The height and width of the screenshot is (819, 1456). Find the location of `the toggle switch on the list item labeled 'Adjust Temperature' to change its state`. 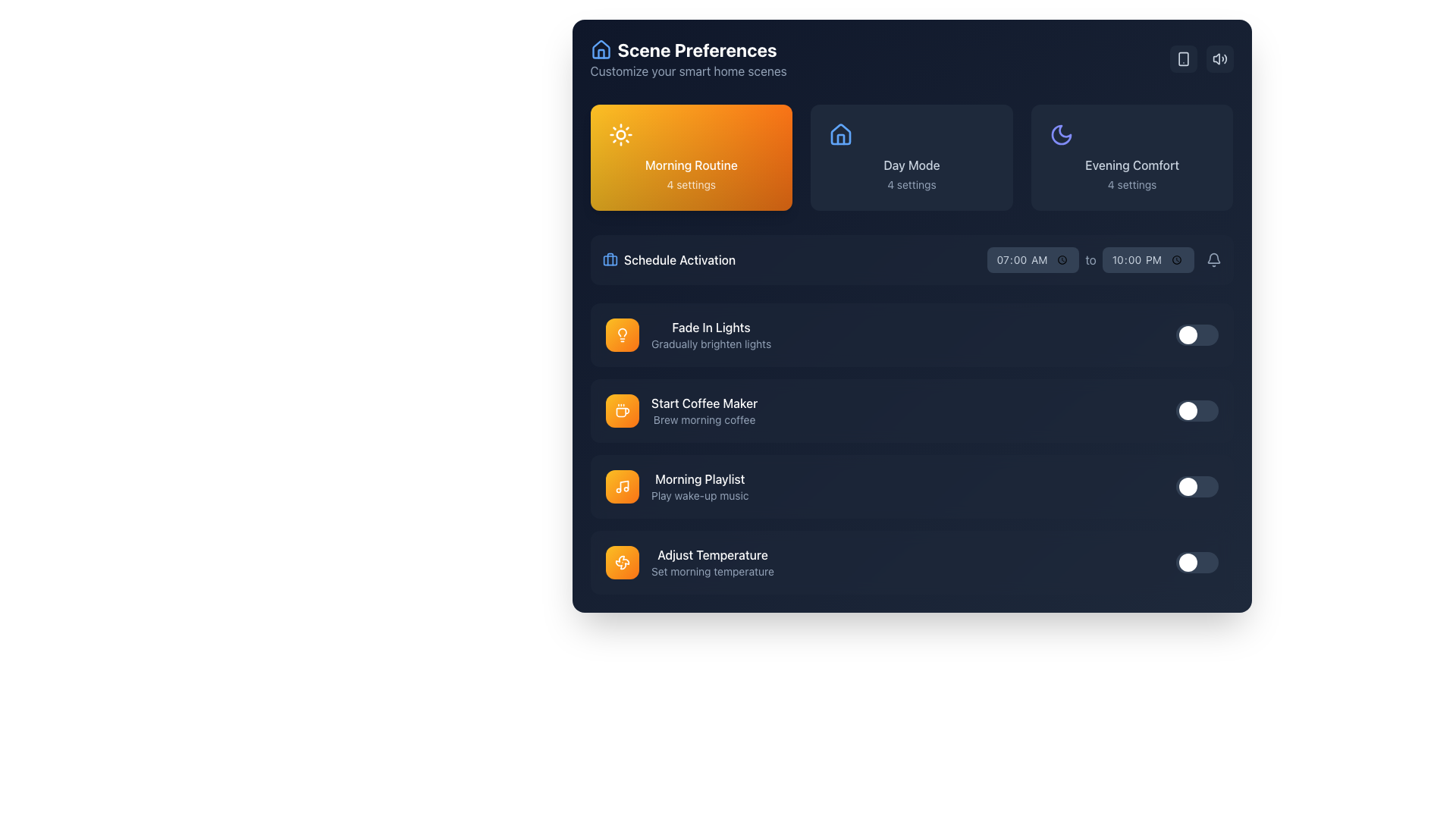

the toggle switch on the list item labeled 'Adjust Temperature' to change its state is located at coordinates (911, 562).